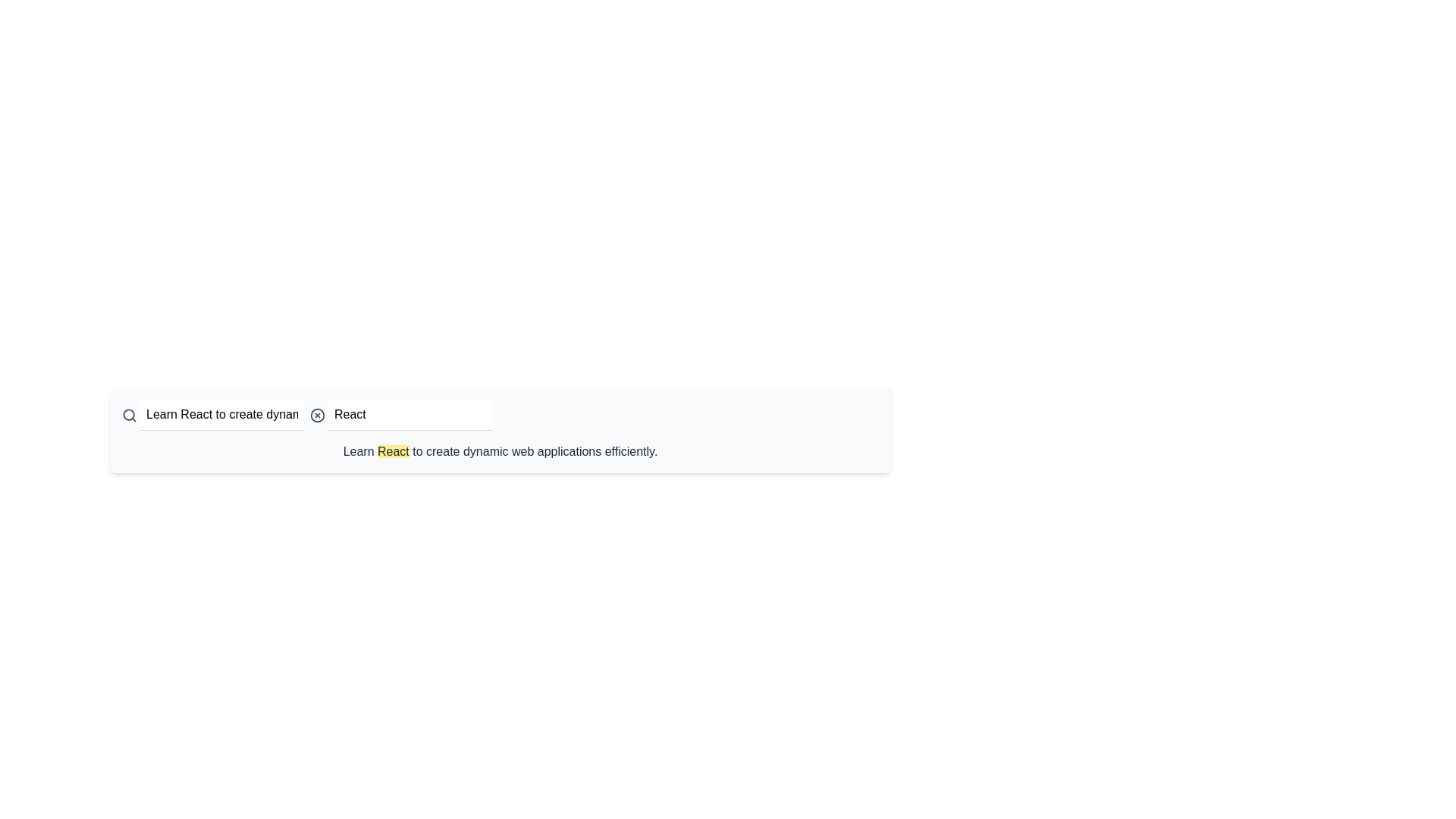 Image resolution: width=1456 pixels, height=819 pixels. What do you see at coordinates (129, 414) in the screenshot?
I see `the decorative Circle element that symbolizes the search function, located within the SVG of the search bar layout` at bounding box center [129, 414].